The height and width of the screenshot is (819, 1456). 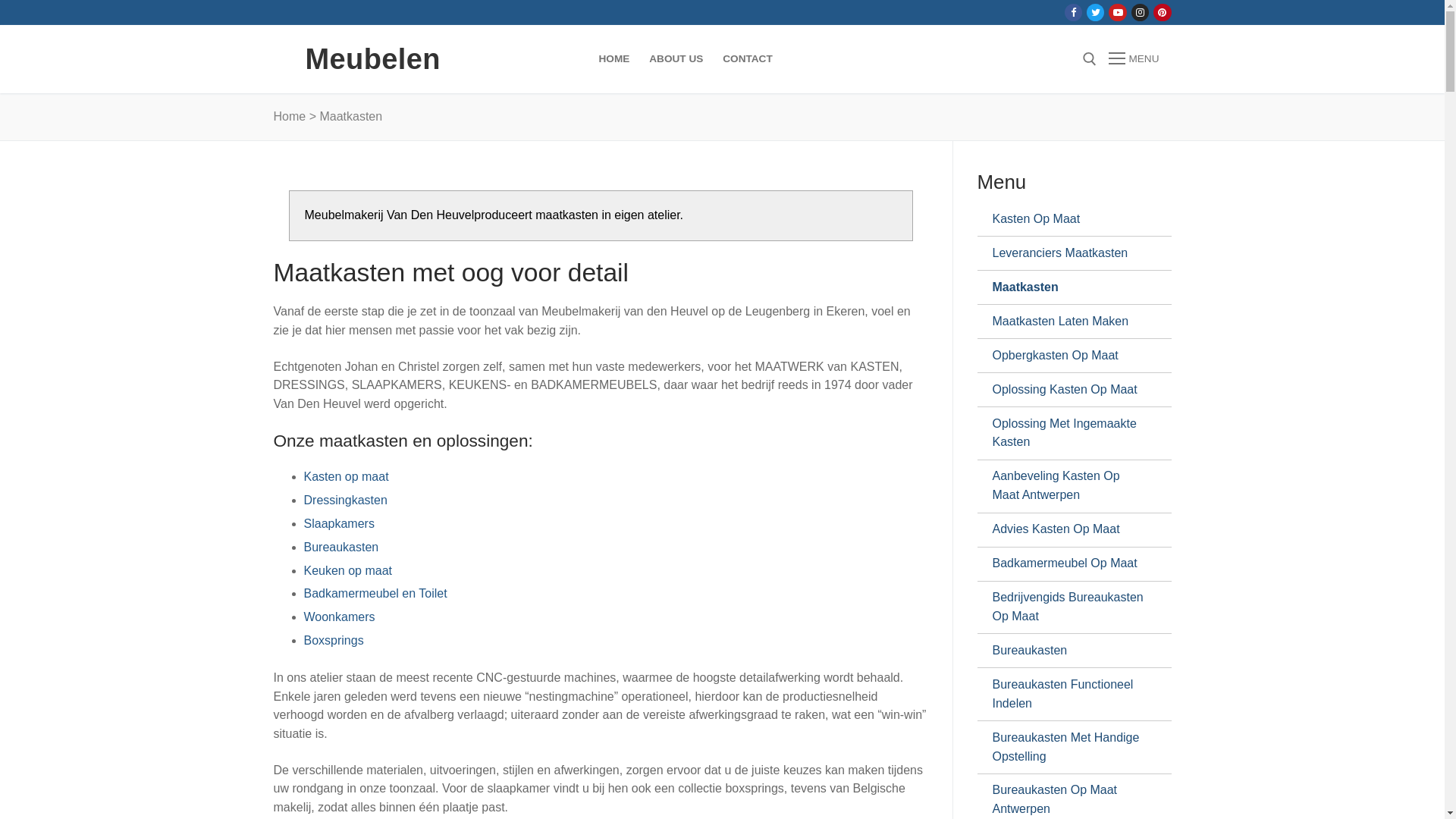 I want to click on 'Slaapkamers', so click(x=337, y=522).